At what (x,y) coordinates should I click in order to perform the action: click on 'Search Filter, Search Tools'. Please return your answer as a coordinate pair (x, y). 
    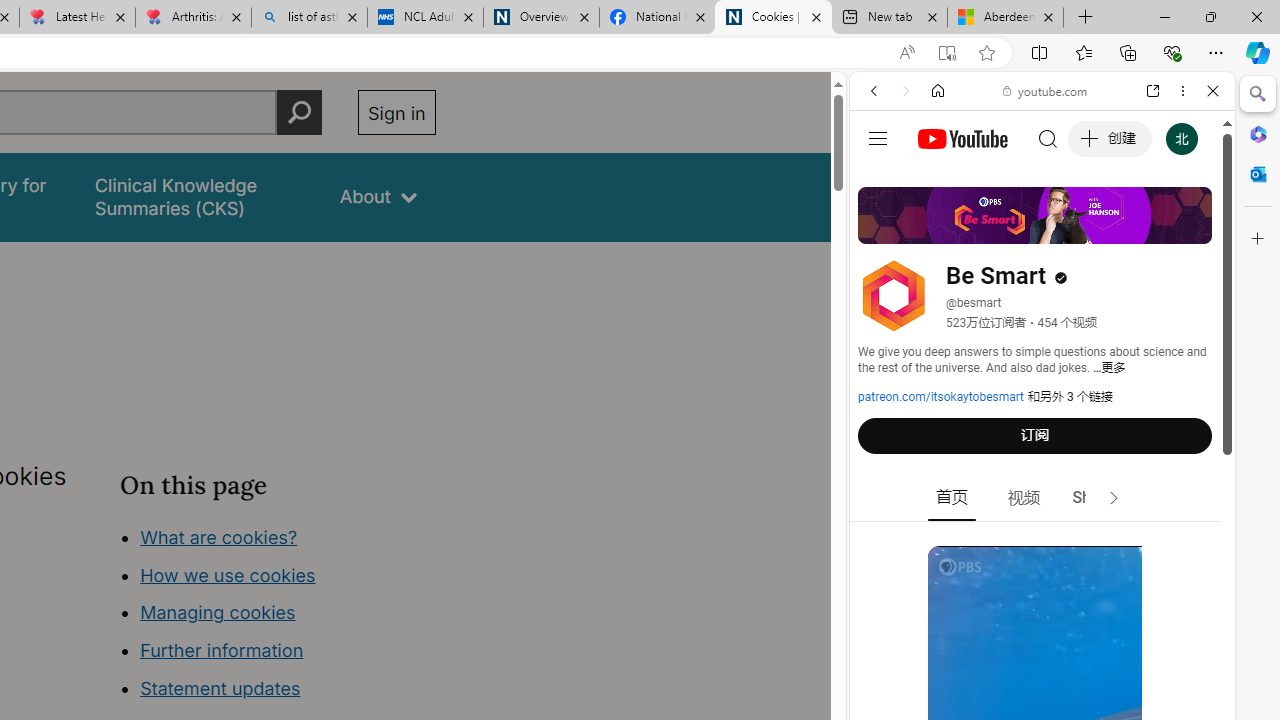
    Looking at the image, I should click on (1092, 227).